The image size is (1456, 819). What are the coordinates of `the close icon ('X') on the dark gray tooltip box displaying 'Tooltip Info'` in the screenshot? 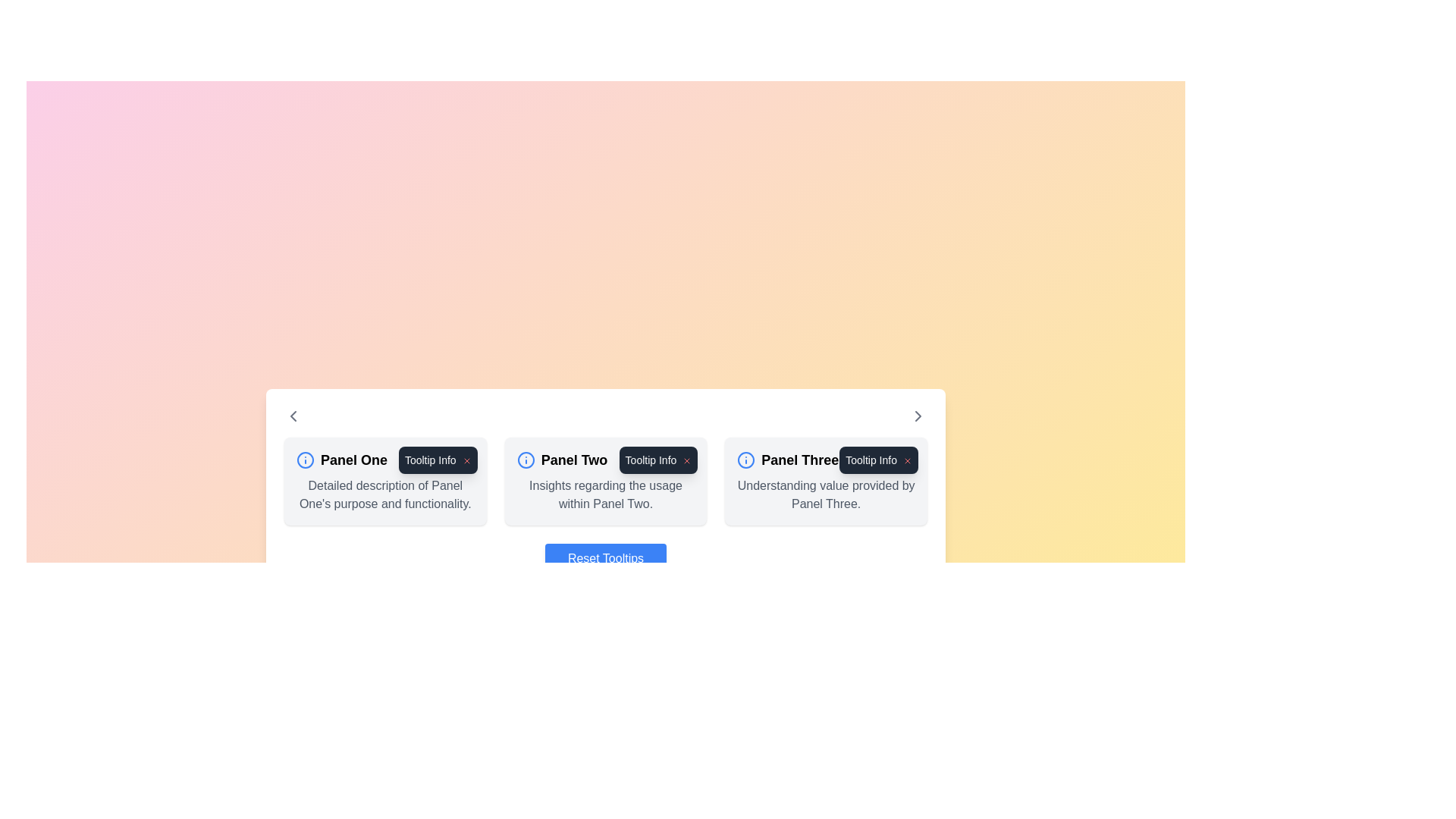 It's located at (658, 459).